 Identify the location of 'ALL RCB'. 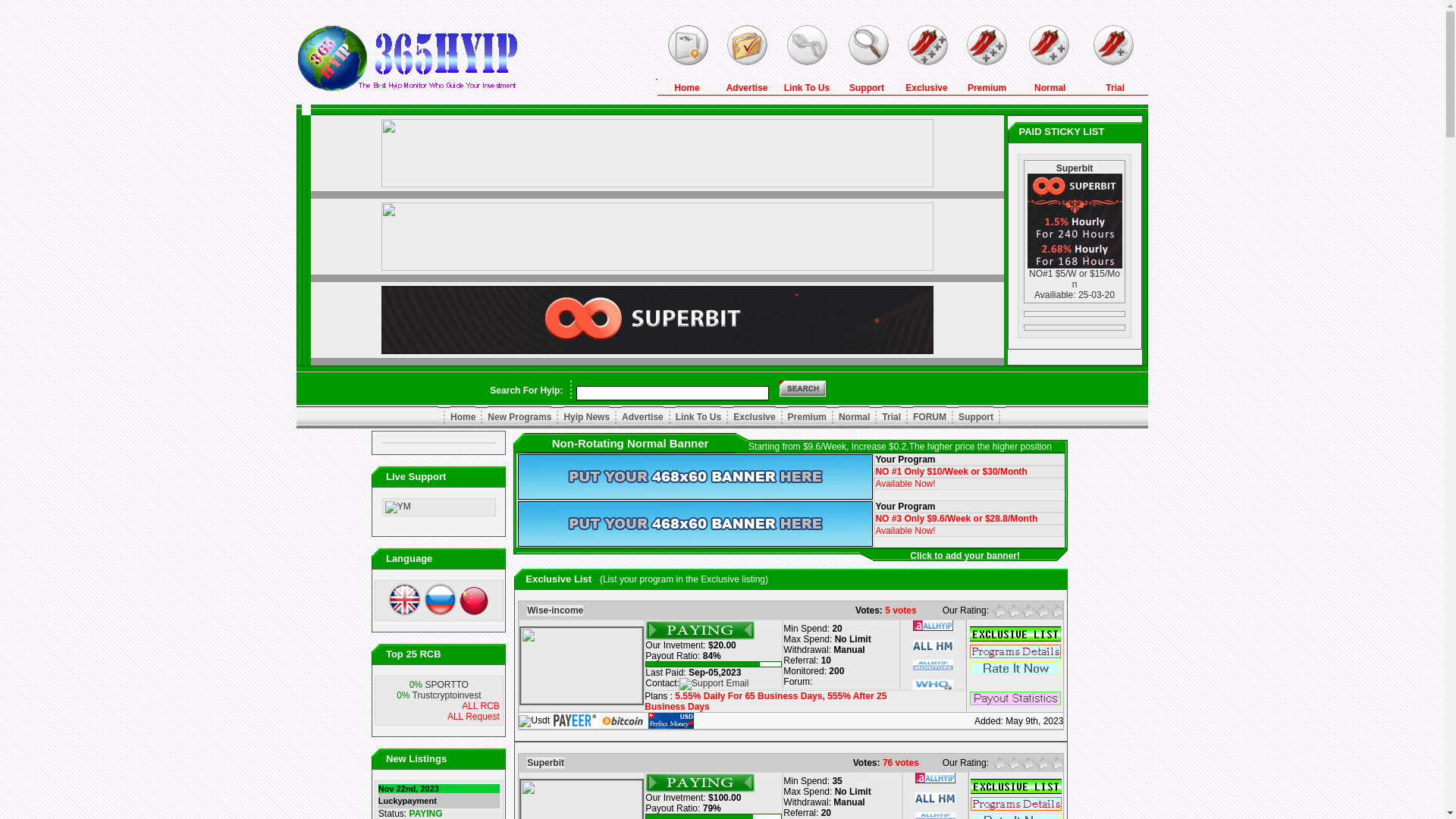
(479, 705).